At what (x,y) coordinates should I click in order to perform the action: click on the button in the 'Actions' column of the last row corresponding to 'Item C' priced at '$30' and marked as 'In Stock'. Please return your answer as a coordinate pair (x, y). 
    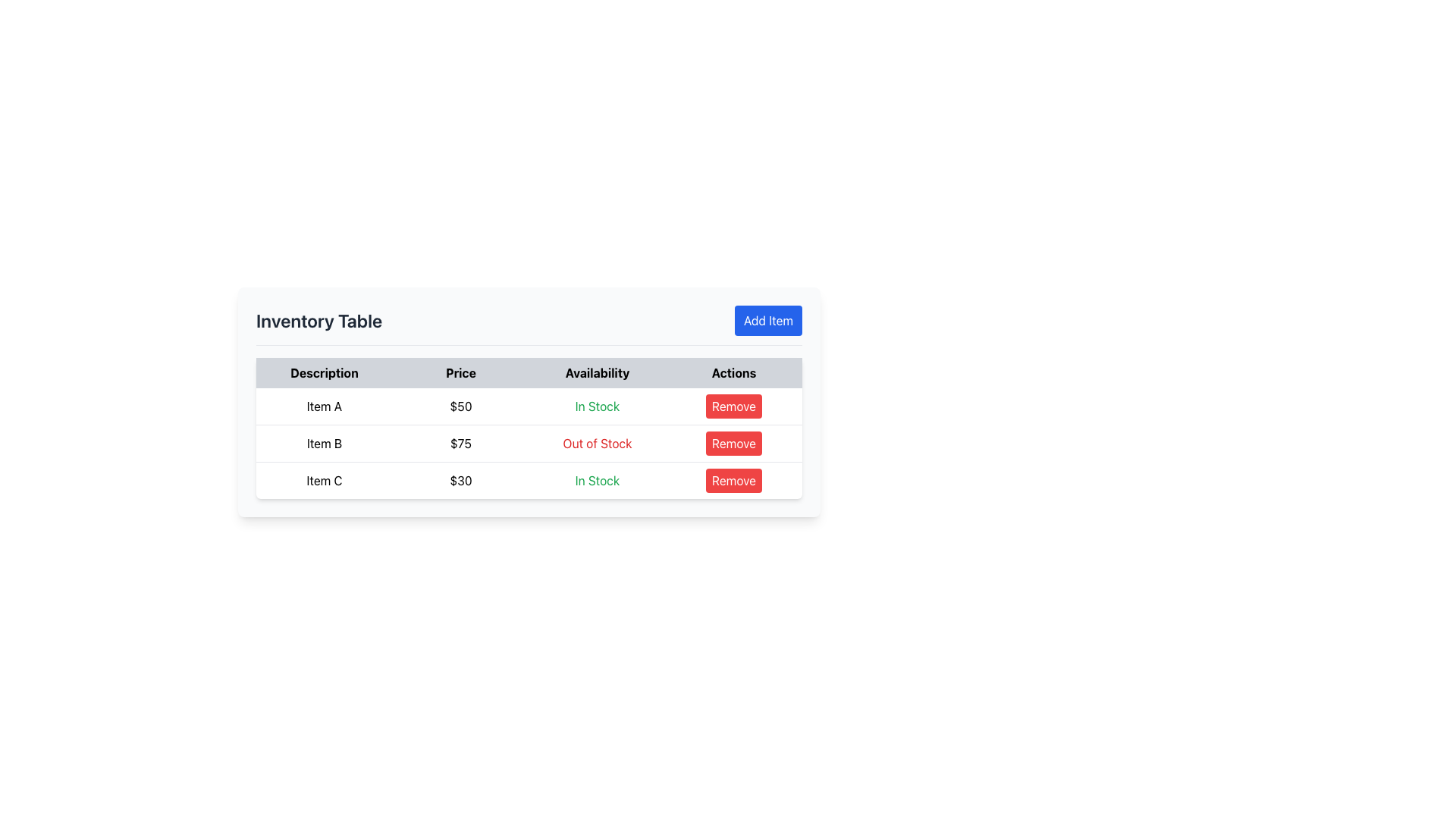
    Looking at the image, I should click on (734, 480).